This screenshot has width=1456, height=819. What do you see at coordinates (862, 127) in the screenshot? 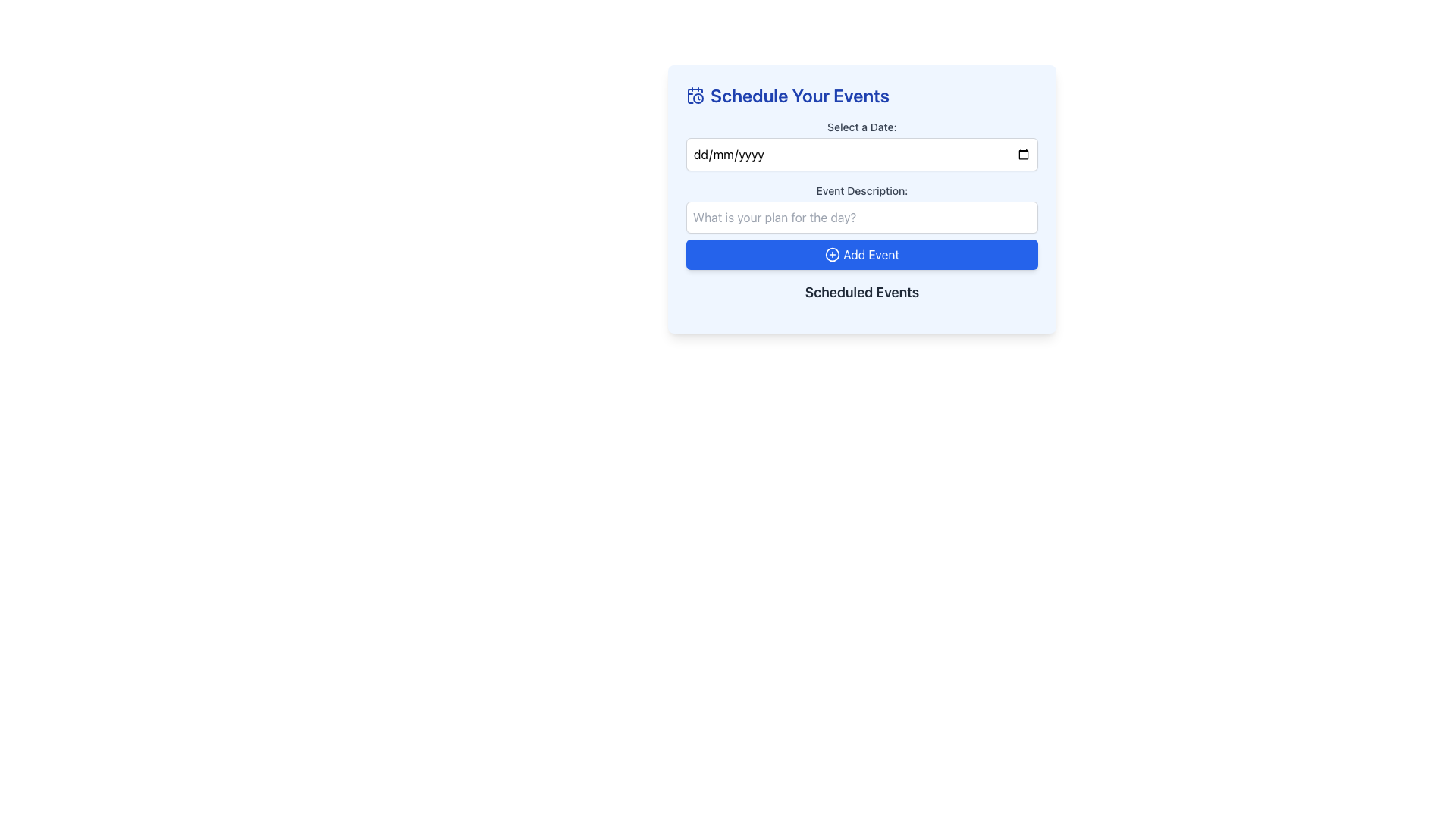
I see `the text label displaying 'Select a Date:' which is styled in gray and positioned above the date input field in the 'Schedule Your Events' form` at bounding box center [862, 127].